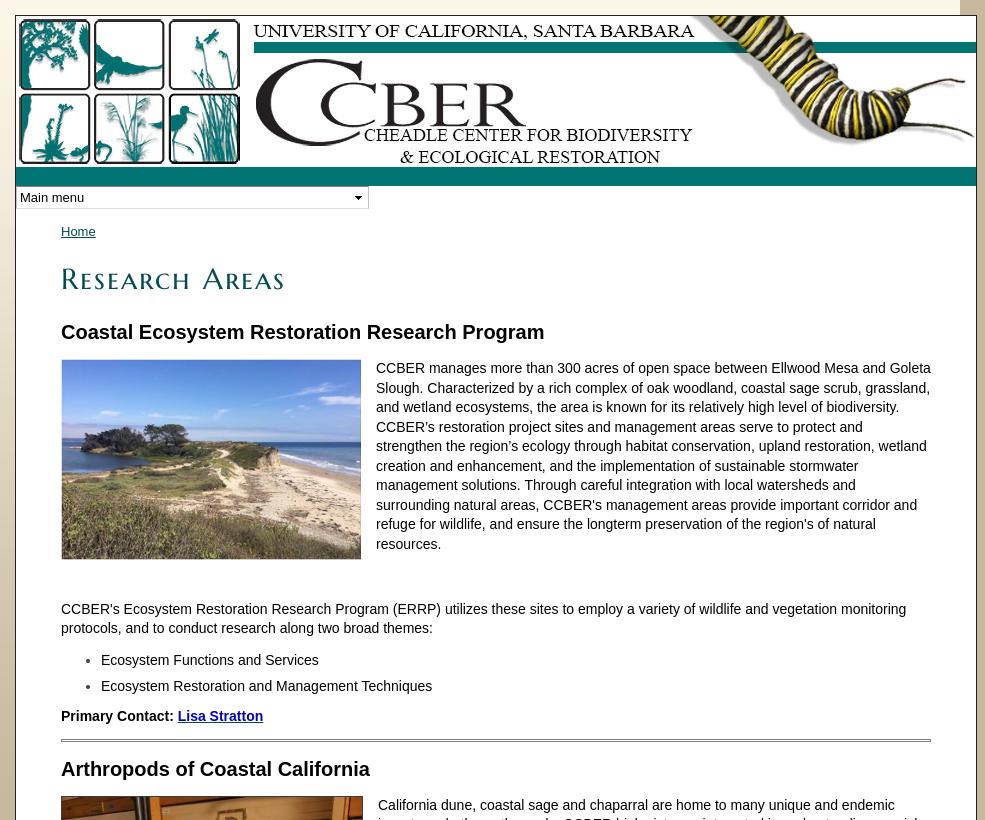 The height and width of the screenshot is (820, 985). What do you see at coordinates (59, 767) in the screenshot?
I see `'Arthropods of Coastal California'` at bounding box center [59, 767].